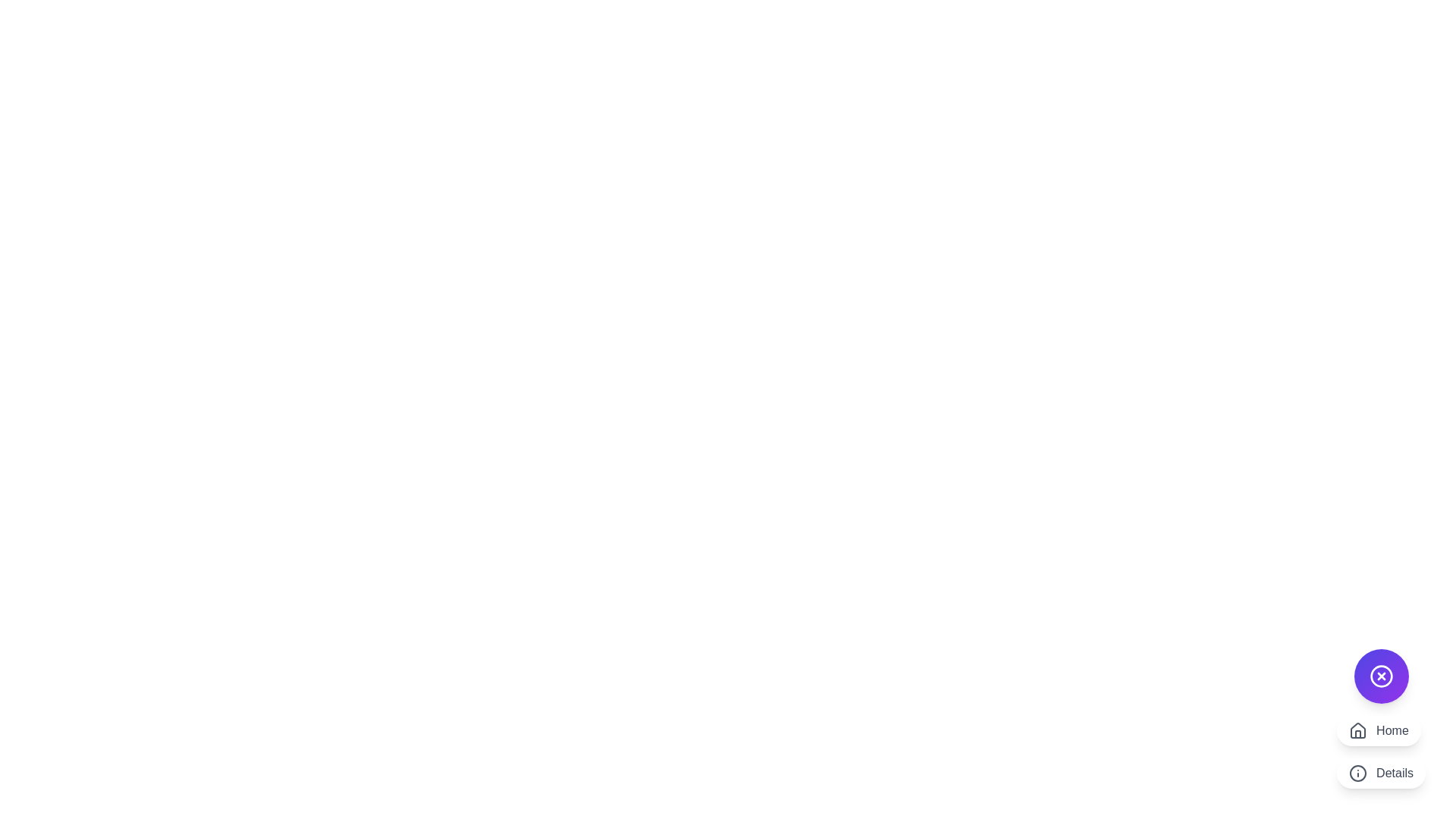 This screenshot has width=1456, height=819. I want to click on the text label within the button that indicates its function, located to the right of an information icon and beneath the 'Home' button, so click(1395, 773).